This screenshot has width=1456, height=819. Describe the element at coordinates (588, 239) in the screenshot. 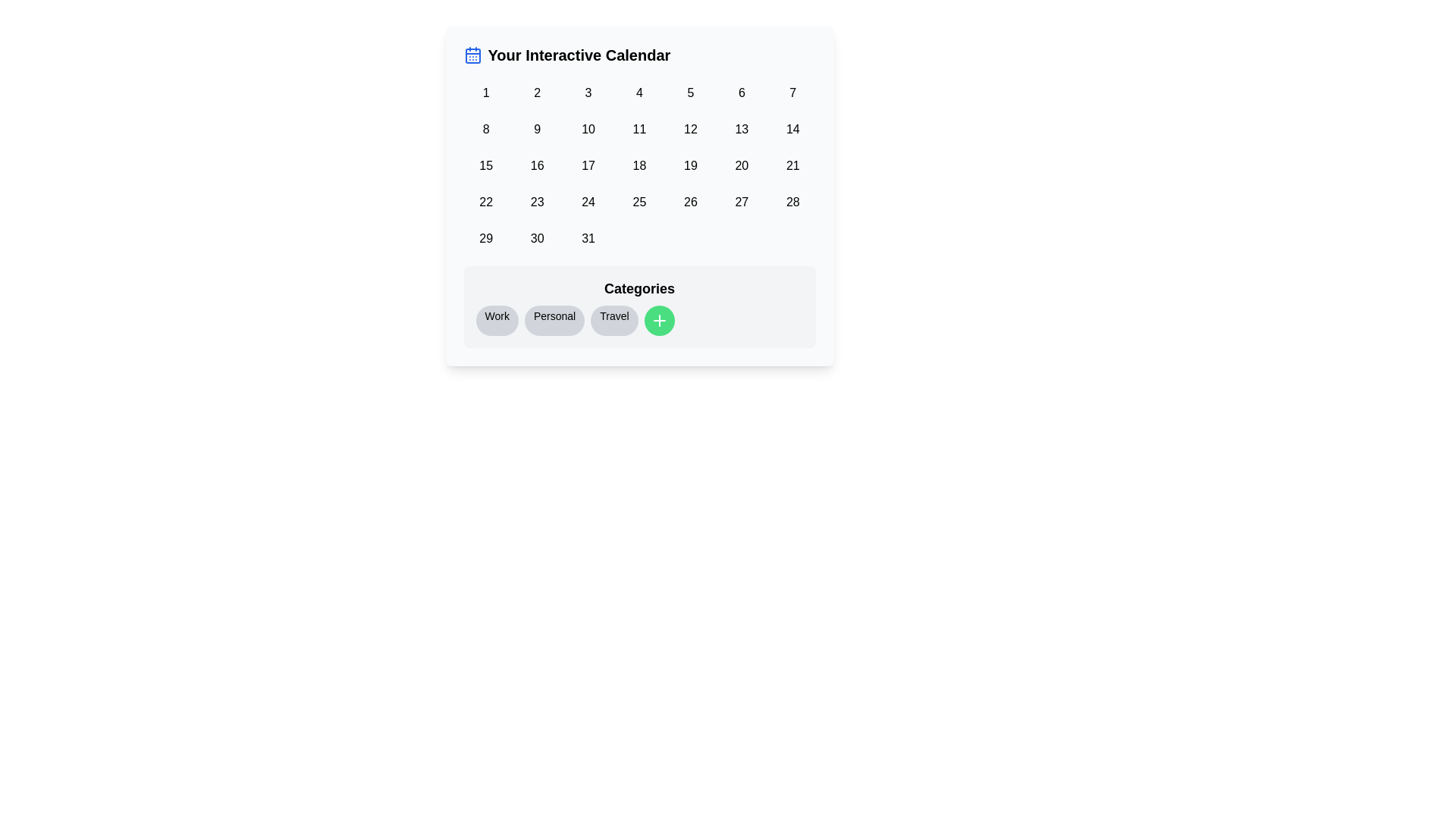

I see `the button representing the date '31' in the calendar interface` at that location.